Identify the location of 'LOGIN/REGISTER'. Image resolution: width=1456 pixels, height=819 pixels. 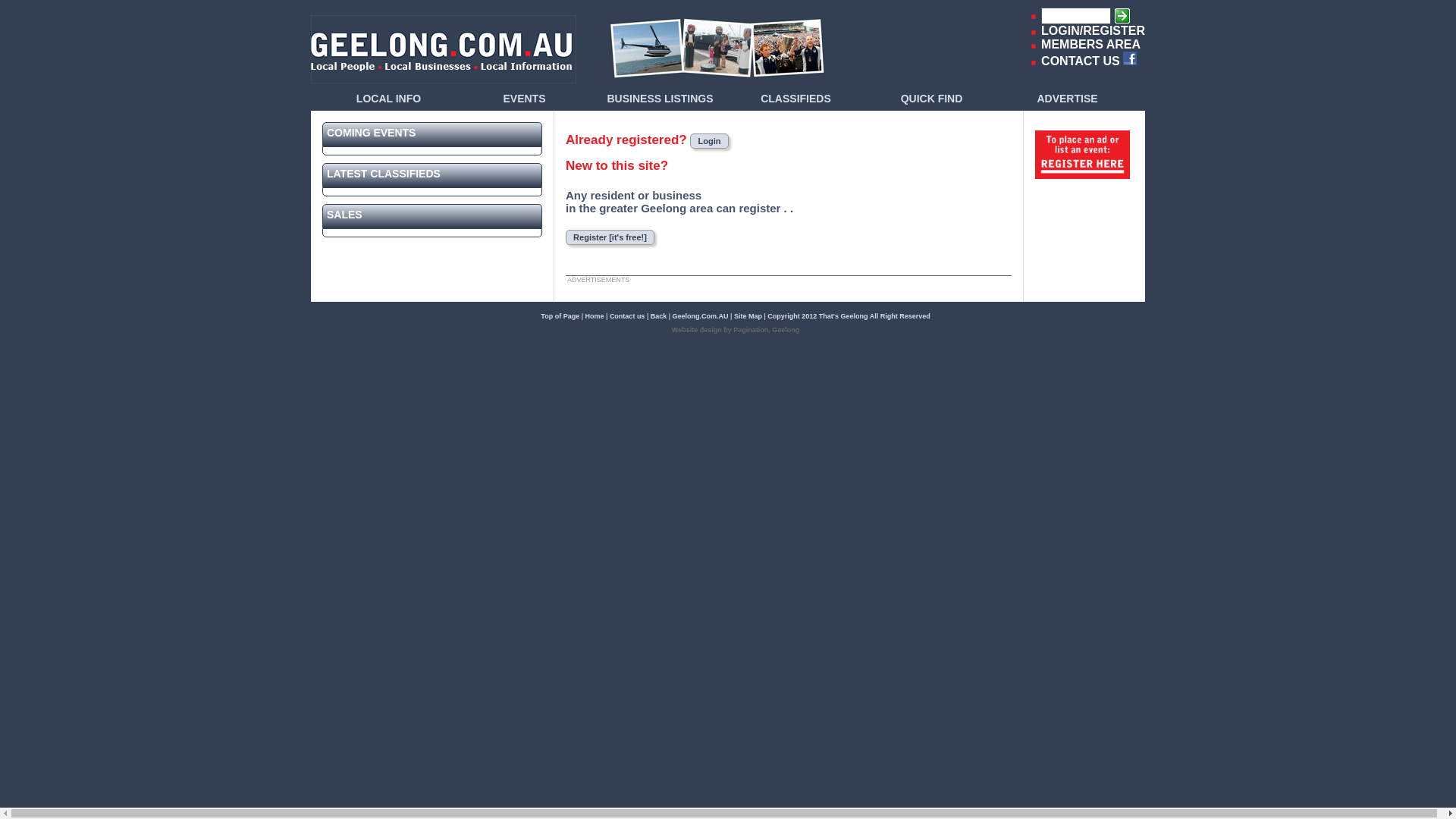
(1040, 30).